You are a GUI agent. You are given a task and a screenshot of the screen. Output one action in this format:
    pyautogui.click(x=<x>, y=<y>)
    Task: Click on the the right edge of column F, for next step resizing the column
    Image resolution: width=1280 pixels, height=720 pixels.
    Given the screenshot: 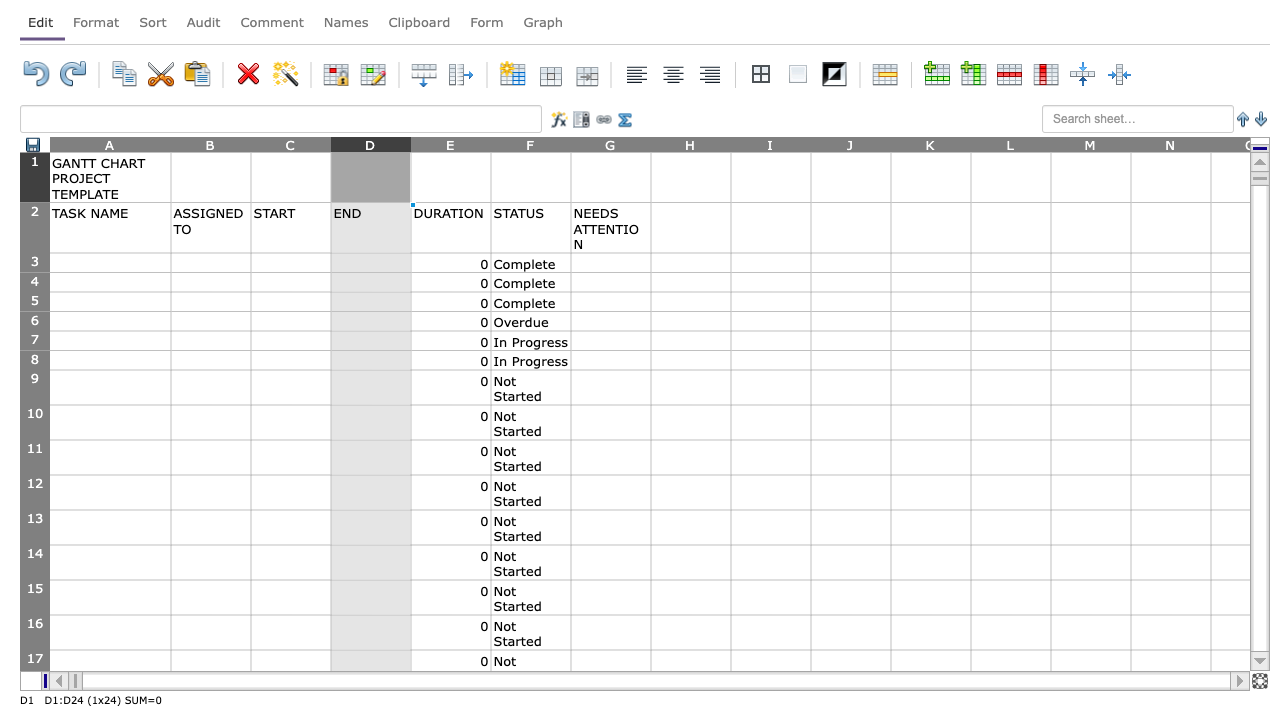 What is the action you would take?
    pyautogui.click(x=570, y=143)
    